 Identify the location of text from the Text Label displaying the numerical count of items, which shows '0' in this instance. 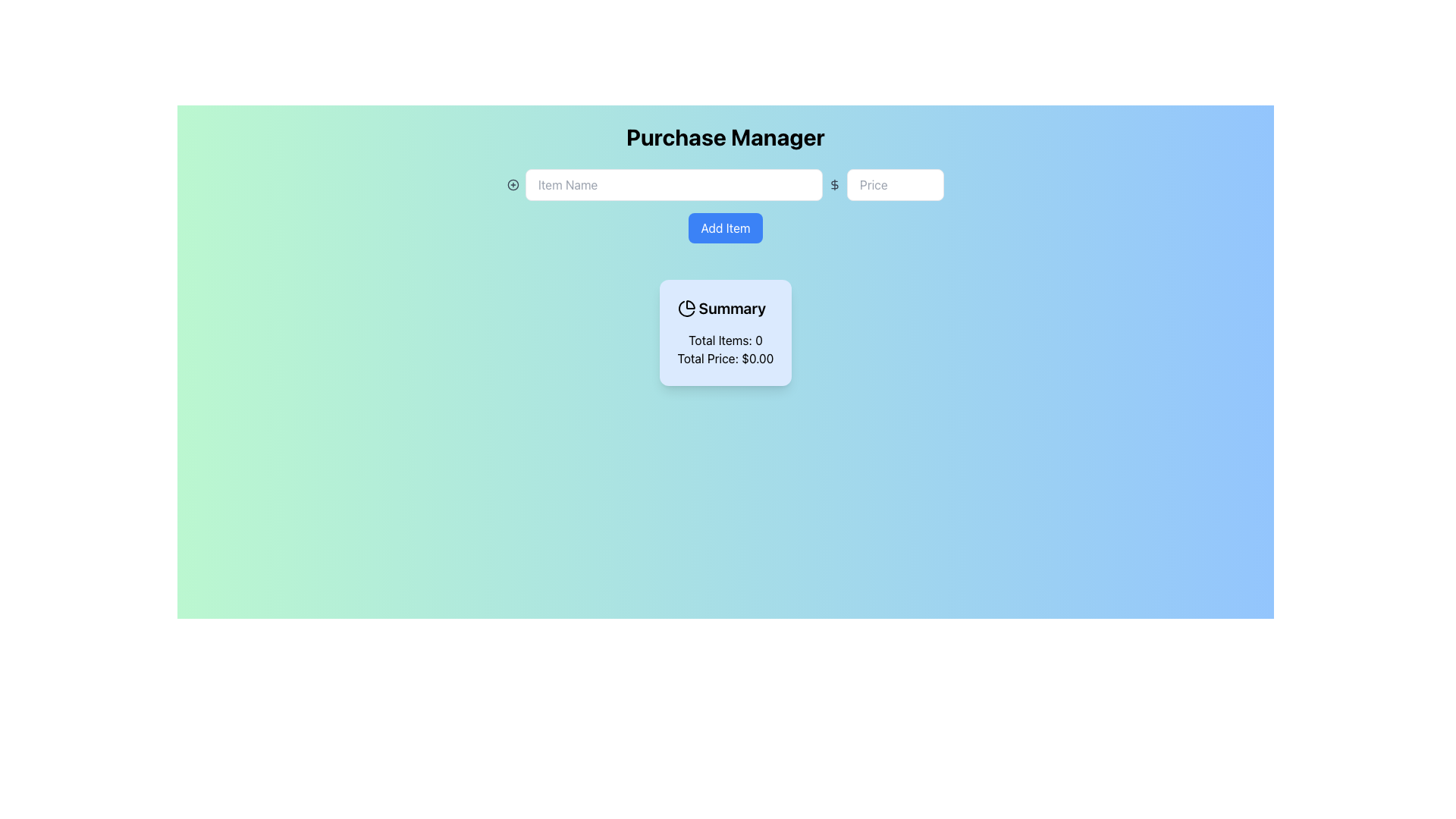
(724, 339).